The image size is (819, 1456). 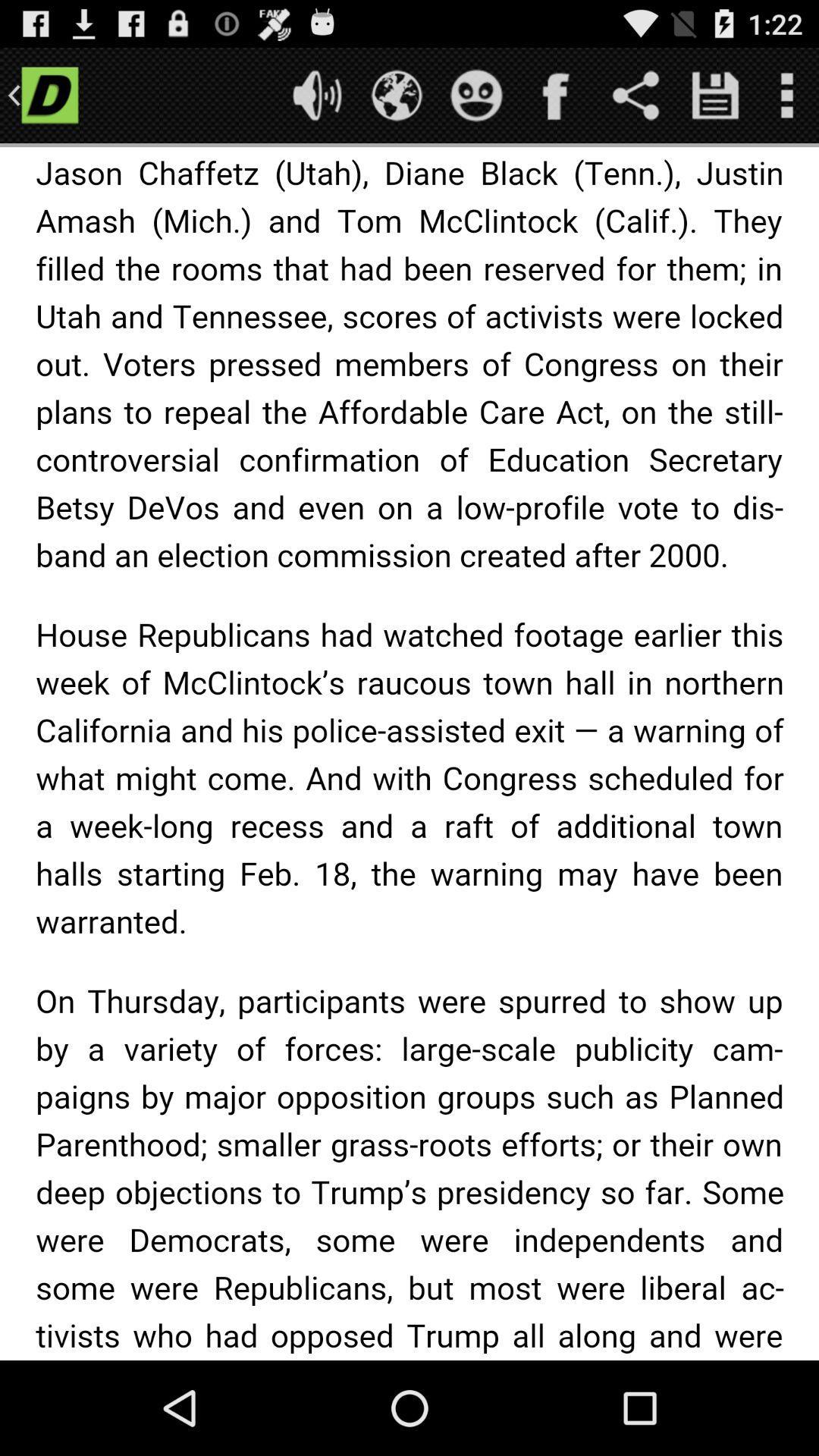 What do you see at coordinates (635, 101) in the screenshot?
I see `the share icon` at bounding box center [635, 101].